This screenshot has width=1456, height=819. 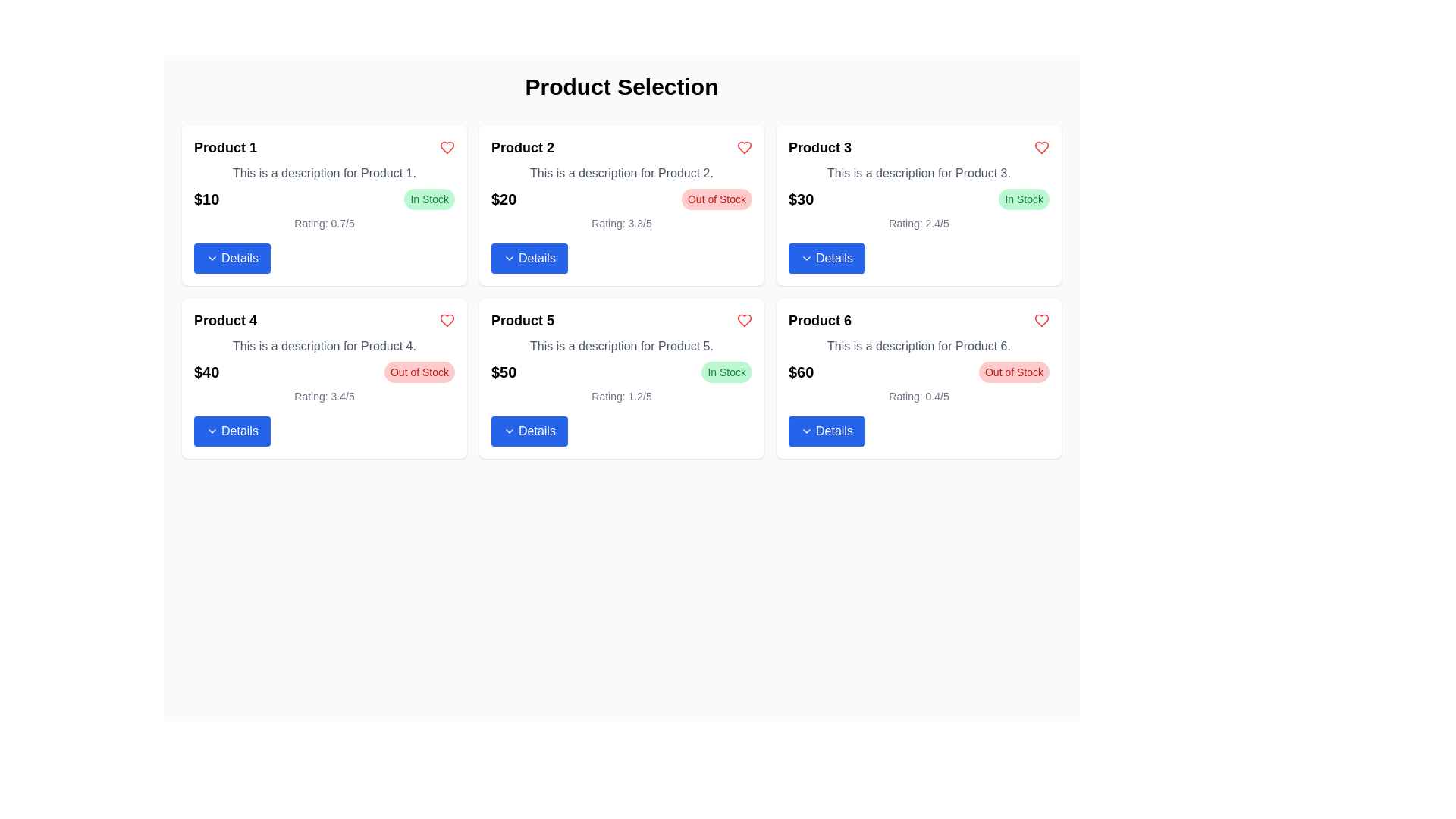 What do you see at coordinates (224, 148) in the screenshot?
I see `bold, large-sized text label displaying 'Product 1' located in the upper-left section of the card layout` at bounding box center [224, 148].